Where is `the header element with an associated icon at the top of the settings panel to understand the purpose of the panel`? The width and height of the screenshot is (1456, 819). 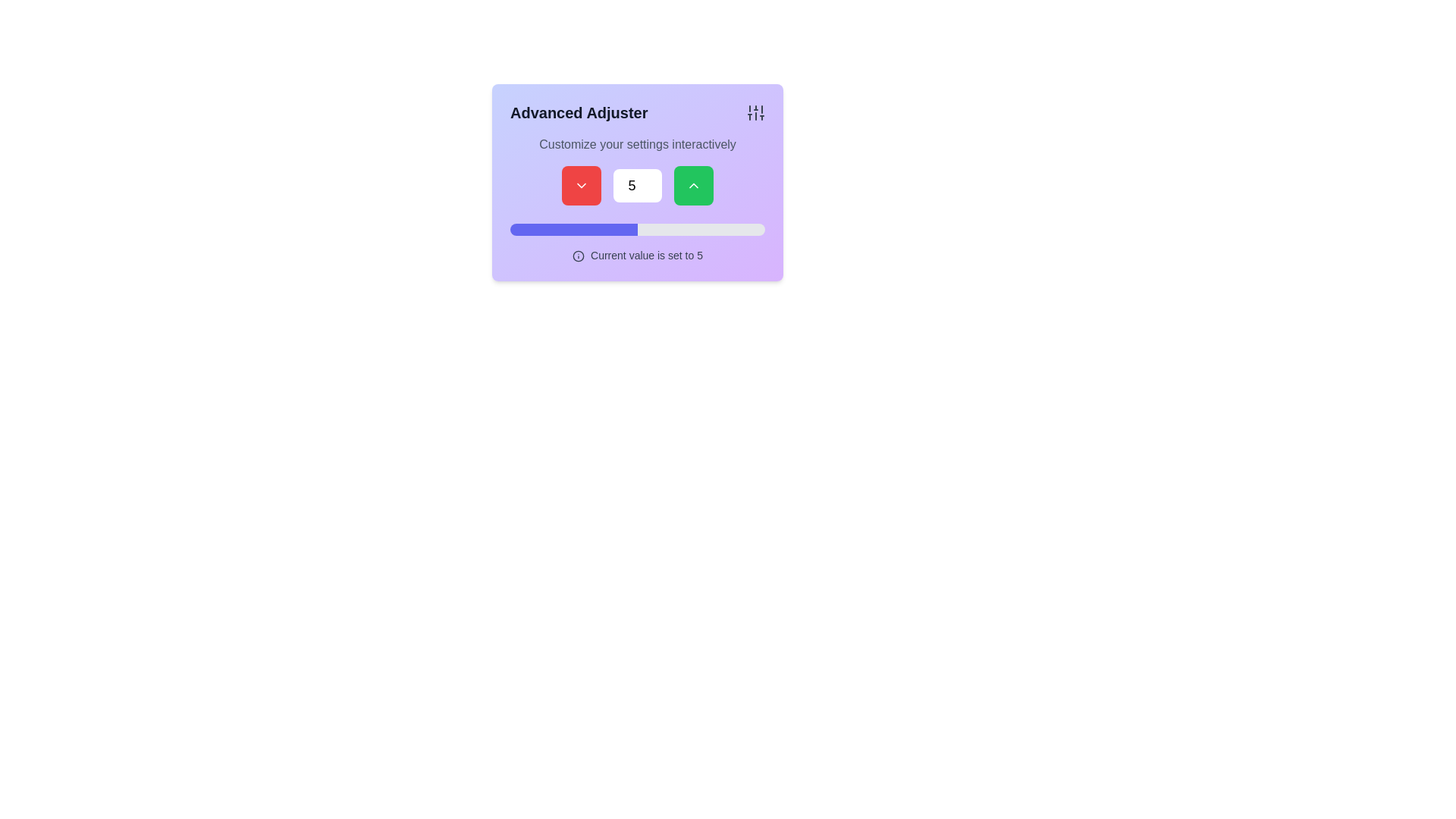 the header element with an associated icon at the top of the settings panel to understand the purpose of the panel is located at coordinates (637, 112).